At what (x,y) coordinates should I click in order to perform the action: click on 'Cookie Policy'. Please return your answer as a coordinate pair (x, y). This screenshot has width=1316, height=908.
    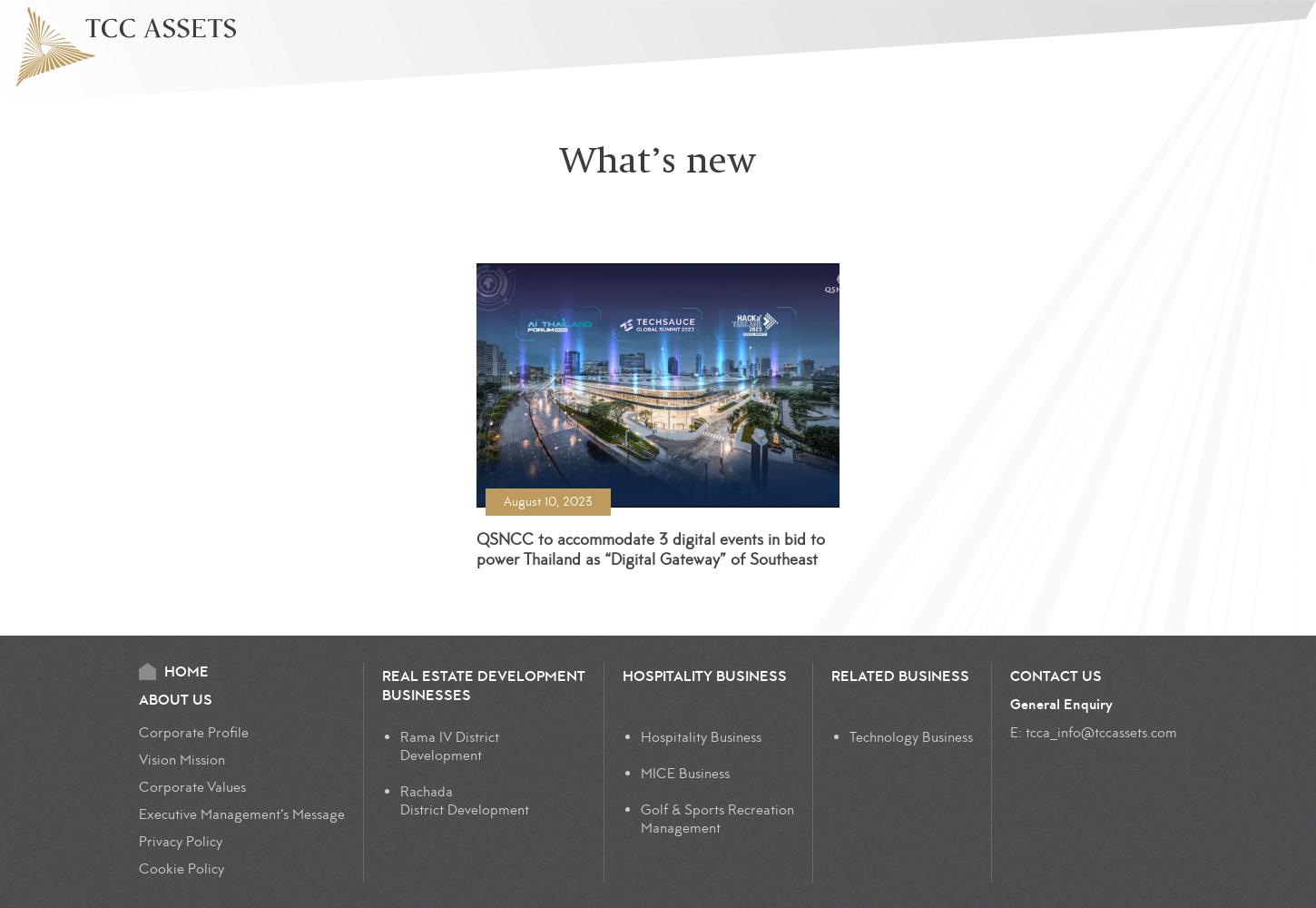
    Looking at the image, I should click on (180, 868).